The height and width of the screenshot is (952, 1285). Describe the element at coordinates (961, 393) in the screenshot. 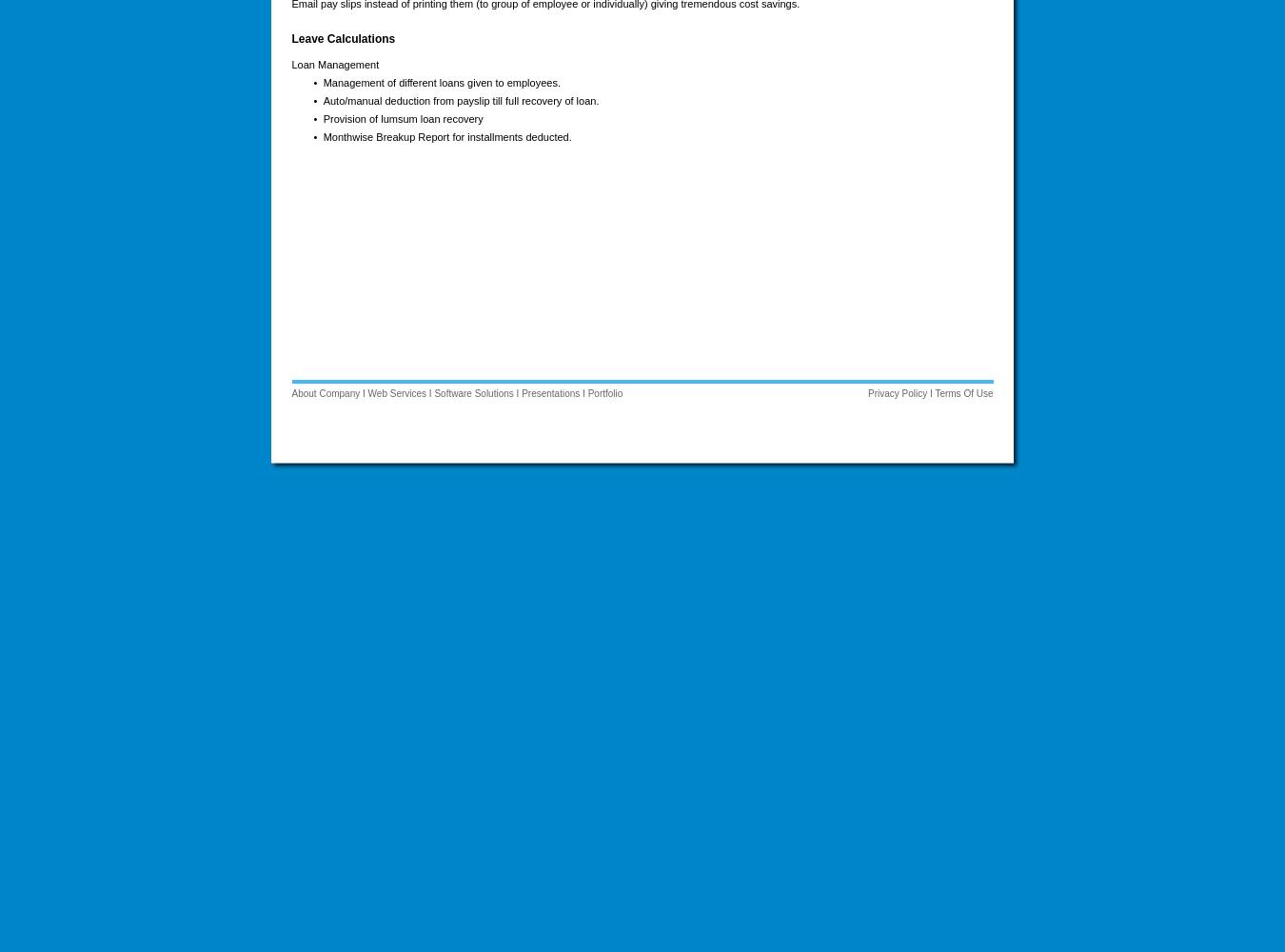

I see `'Terms Of Use'` at that location.